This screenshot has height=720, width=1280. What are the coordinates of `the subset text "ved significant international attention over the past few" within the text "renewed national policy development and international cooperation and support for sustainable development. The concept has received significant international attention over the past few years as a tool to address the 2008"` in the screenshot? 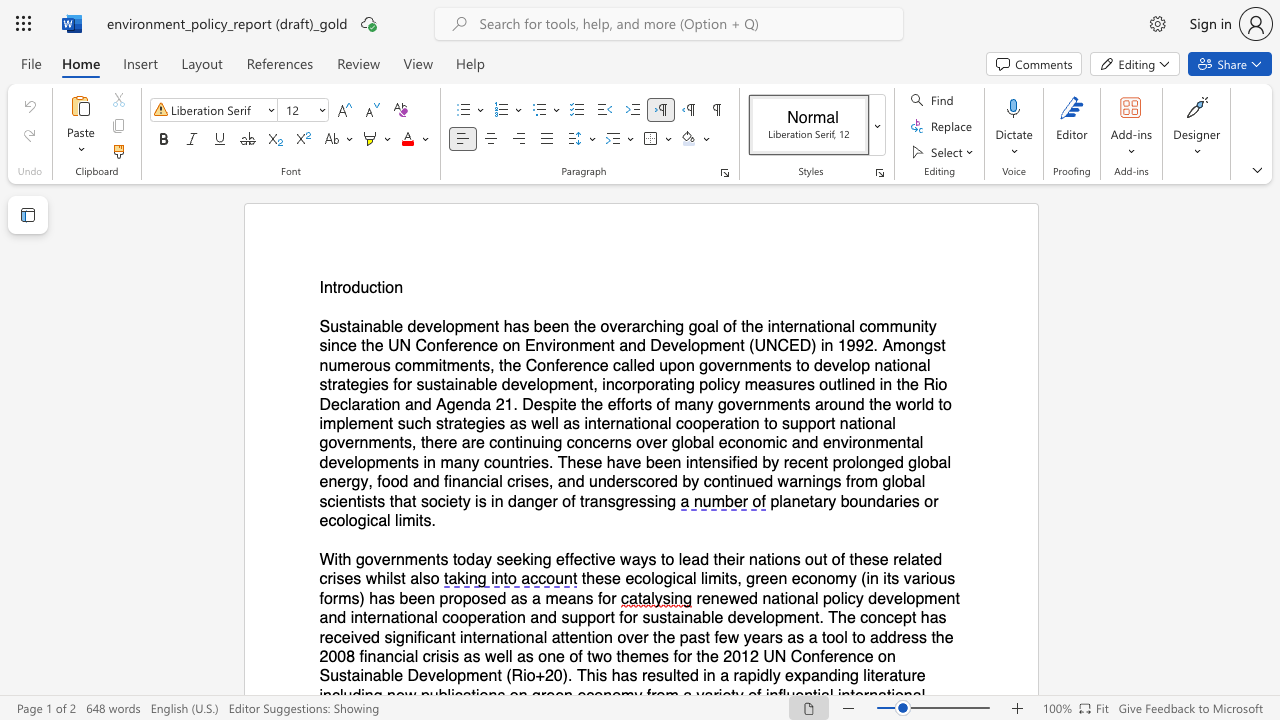 It's located at (354, 637).